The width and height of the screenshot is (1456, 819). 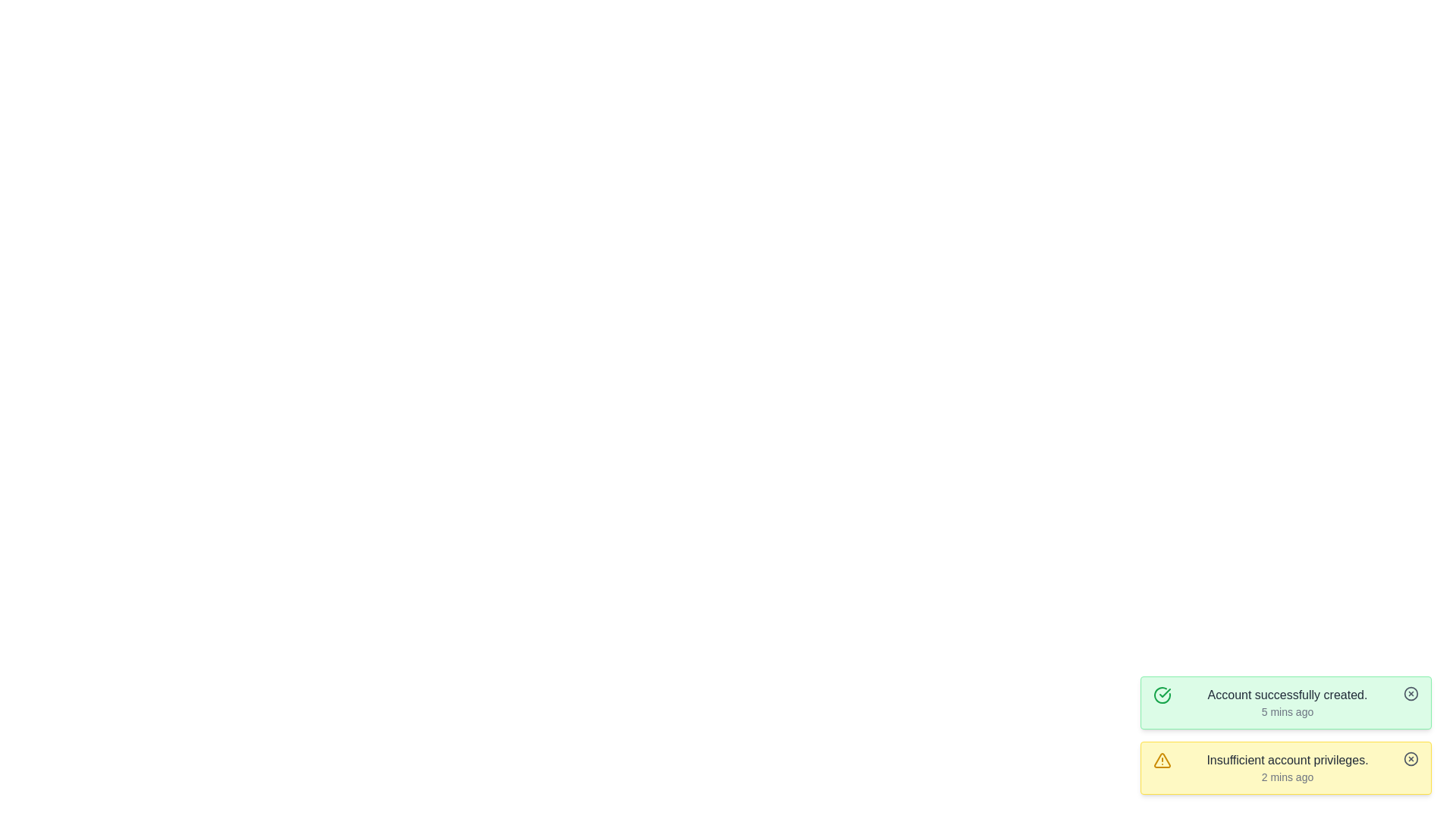 I want to click on the checkmark icon located on the left side of the green notification bar that indicates 'Account successfully created.', so click(x=1164, y=693).